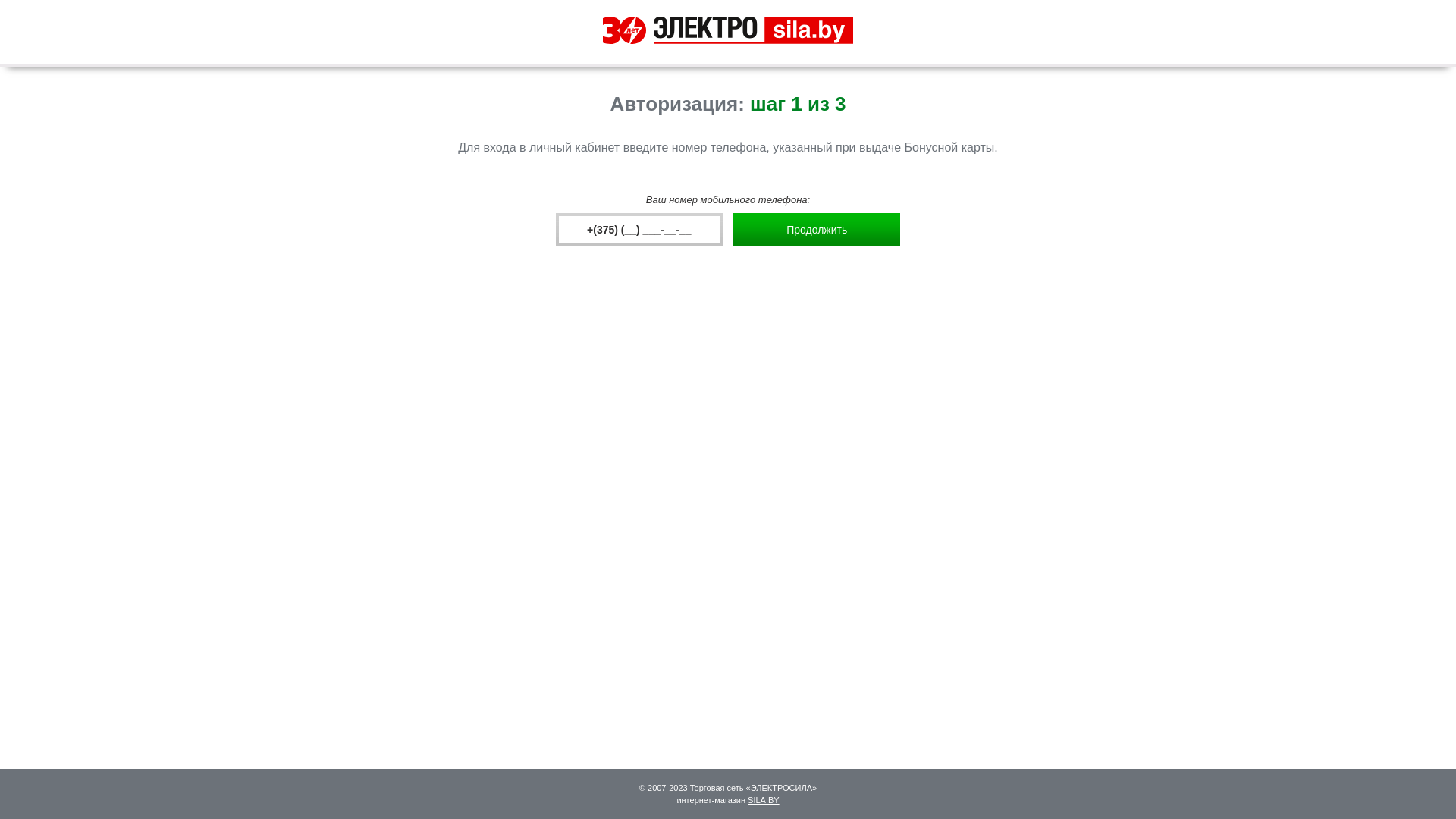  Describe the element at coordinates (764, 799) in the screenshot. I see `'SILA.BY'` at that location.